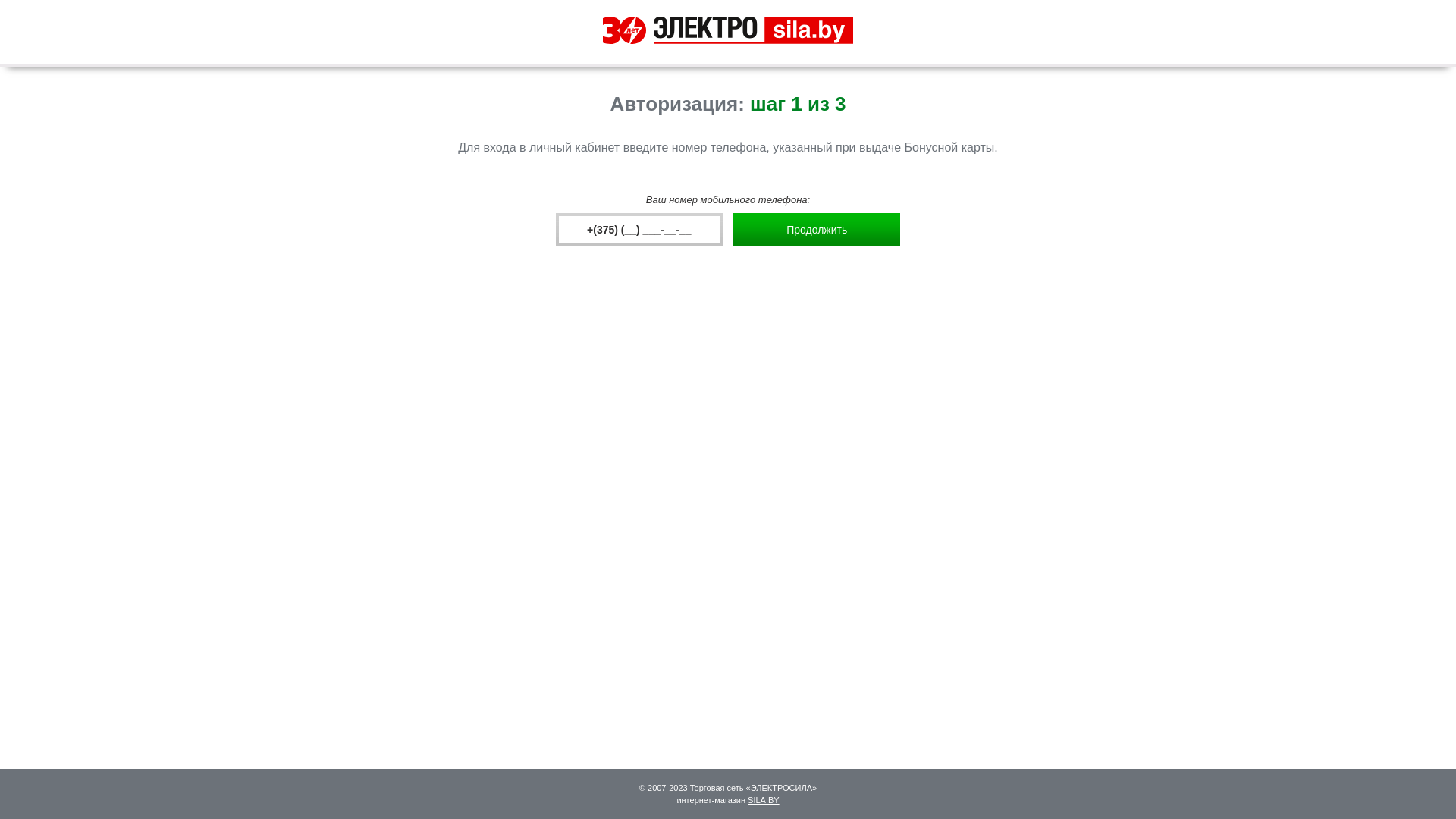  Describe the element at coordinates (764, 799) in the screenshot. I see `'SILA.BY'` at that location.